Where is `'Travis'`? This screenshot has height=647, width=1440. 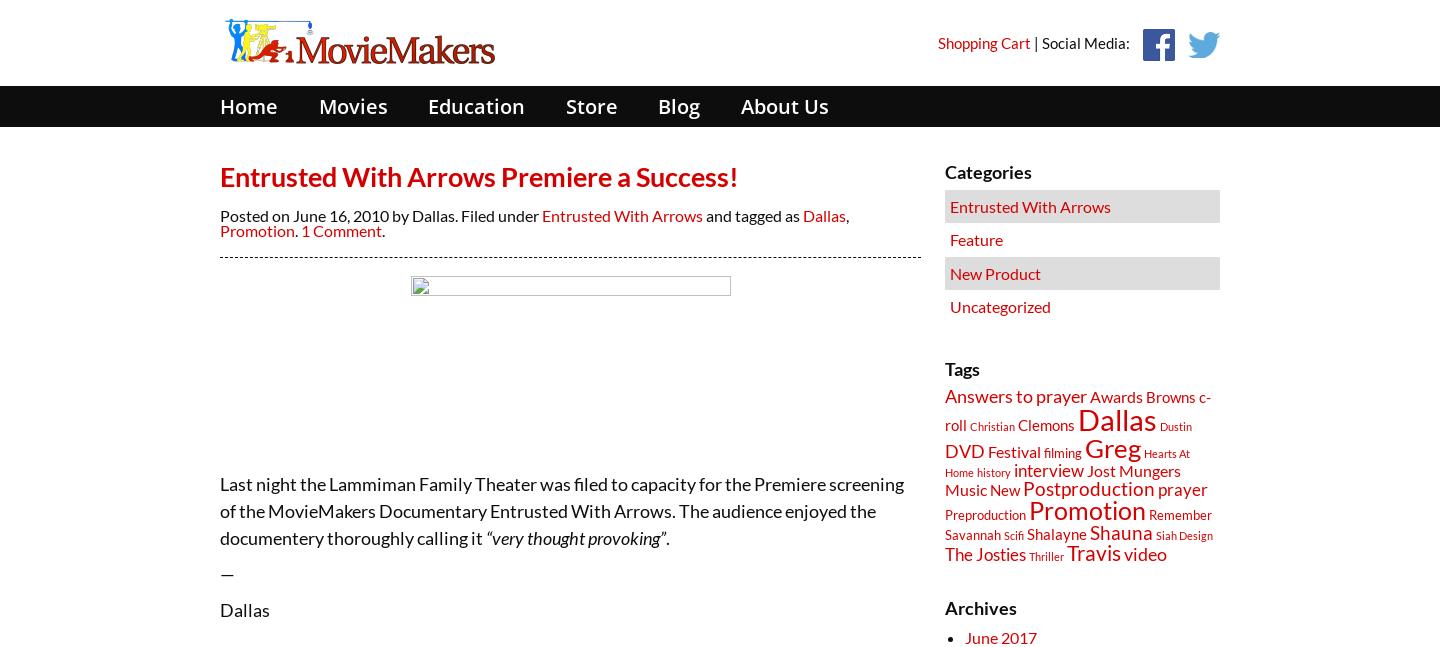 'Travis' is located at coordinates (1092, 551).